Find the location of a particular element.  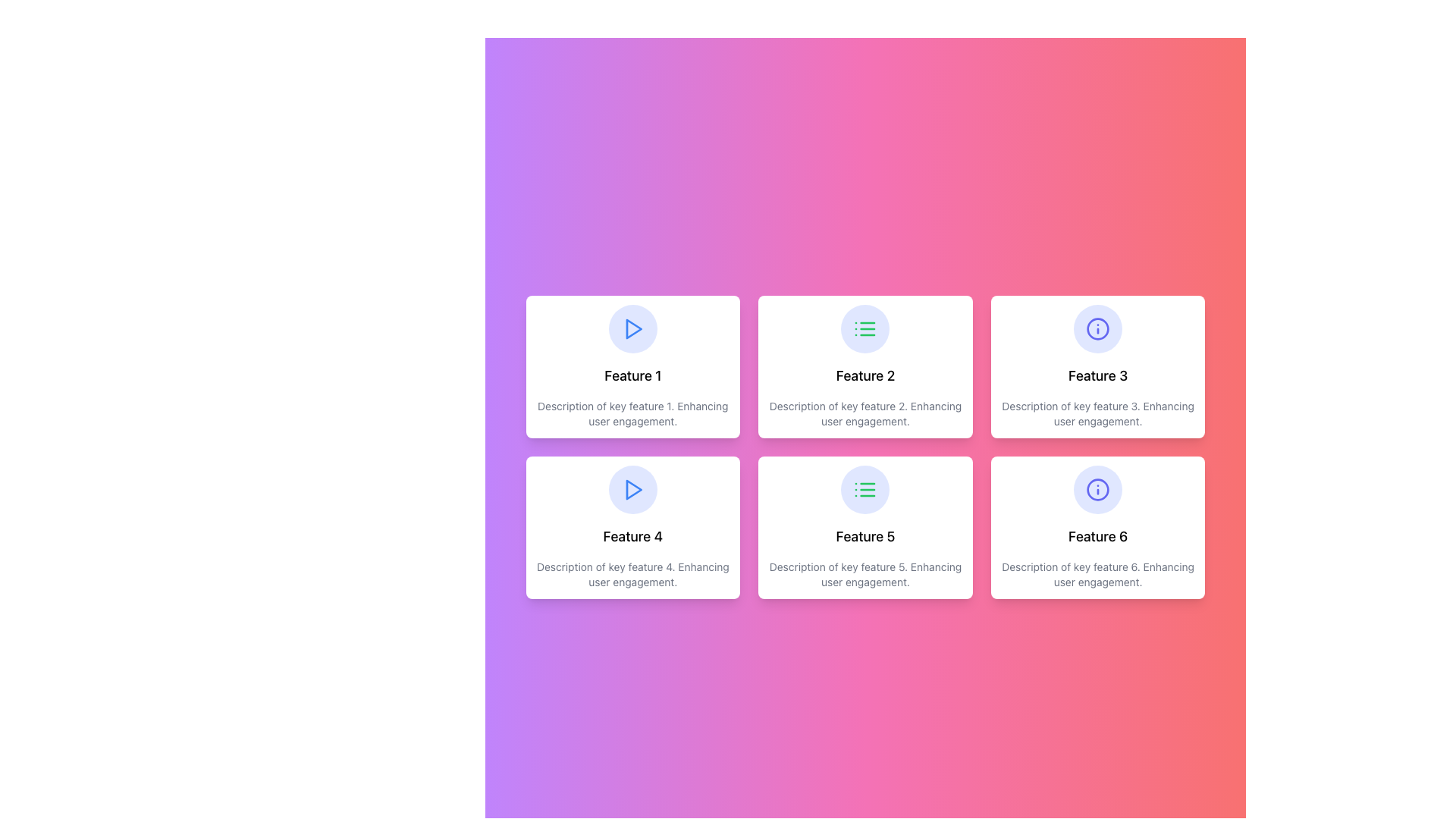

the first Informational card located at the top-left corner of the grid layout is located at coordinates (632, 366).